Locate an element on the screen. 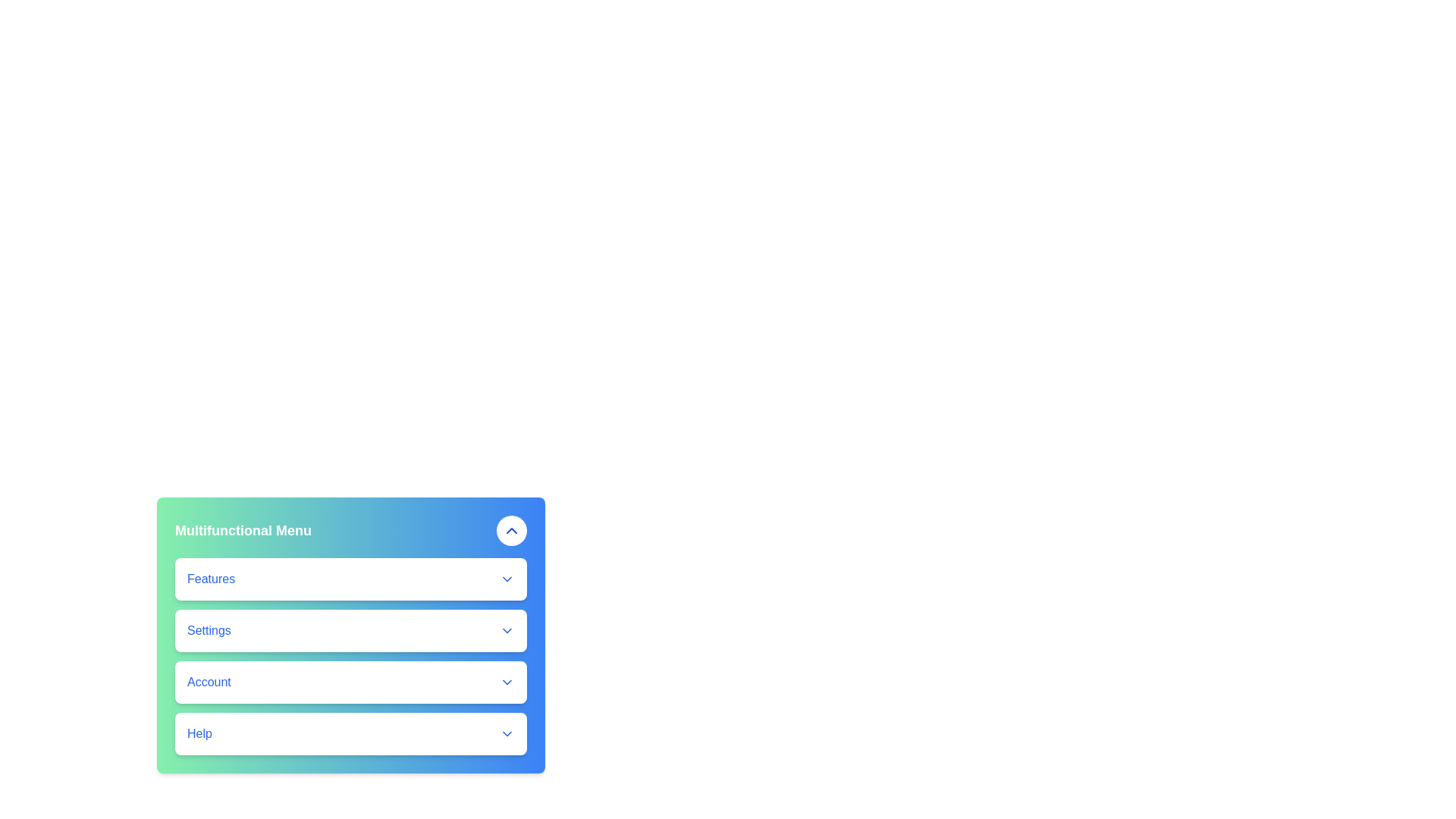  text of the 'Account' label, which is the third option in the menu list, positioned between 'Settings' and 'Help' is located at coordinates (208, 681).